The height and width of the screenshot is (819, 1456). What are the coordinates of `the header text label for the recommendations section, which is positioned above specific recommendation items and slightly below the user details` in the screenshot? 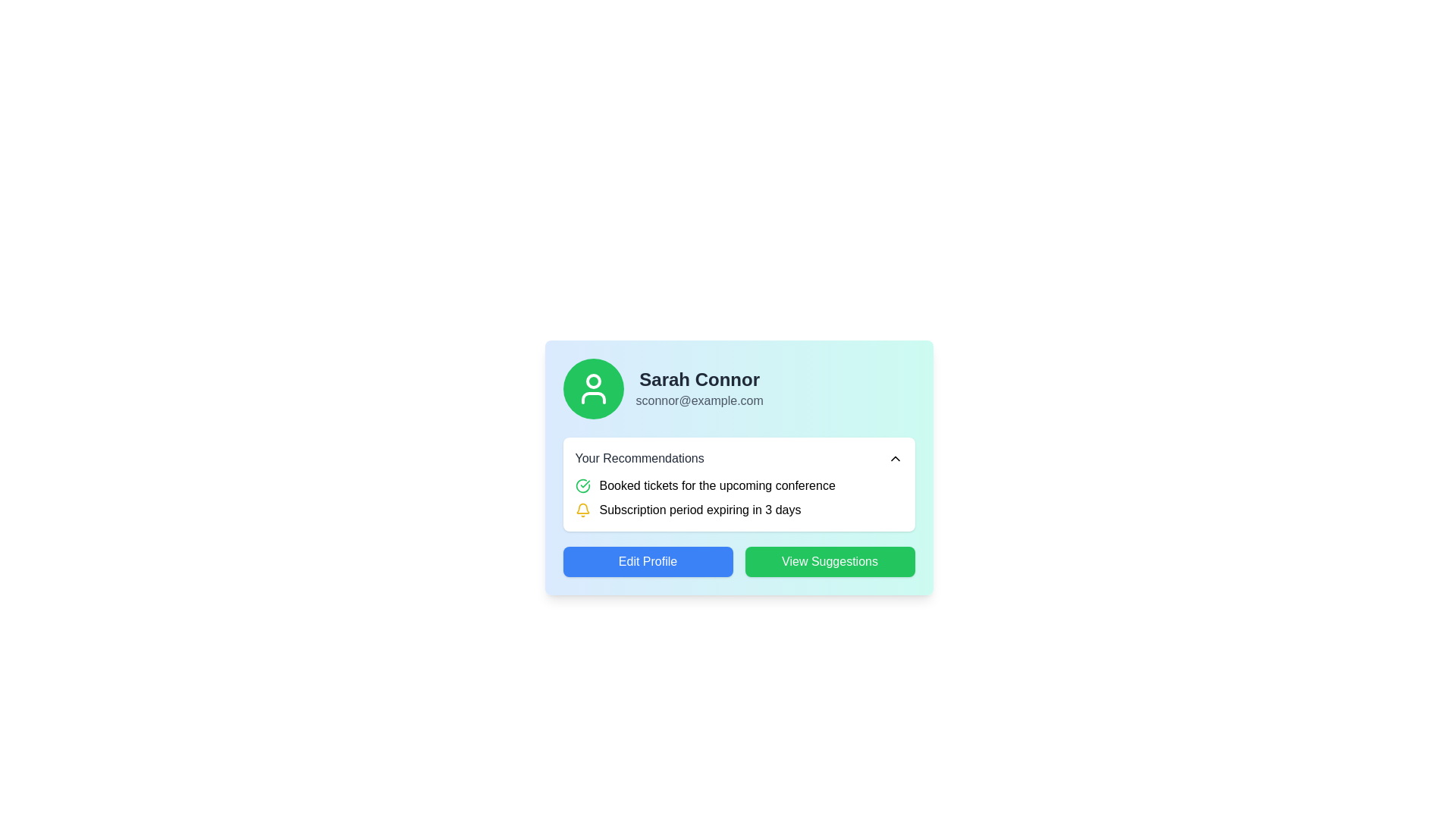 It's located at (639, 458).